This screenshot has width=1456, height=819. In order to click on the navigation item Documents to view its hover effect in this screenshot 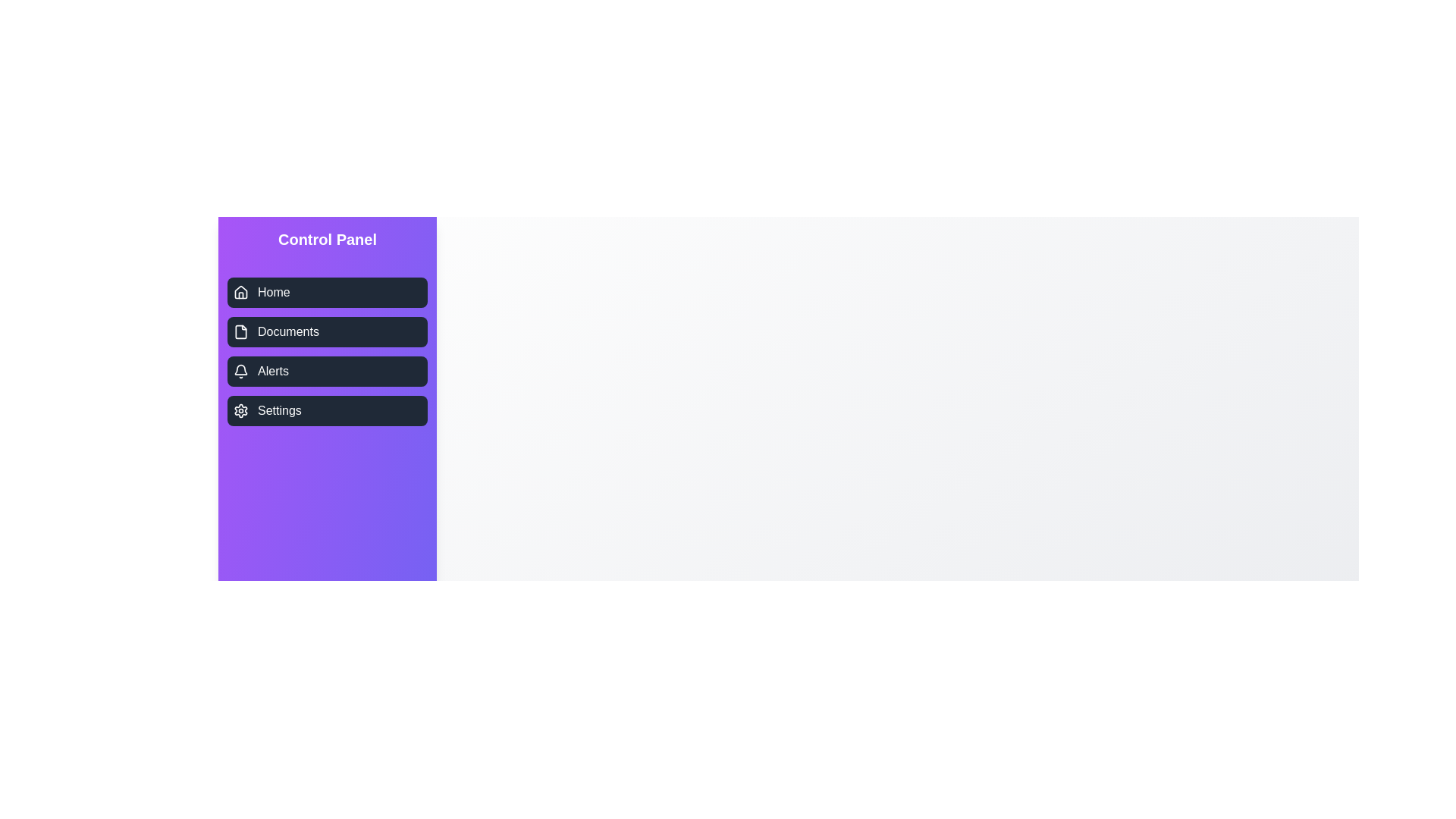, I will do `click(327, 331)`.